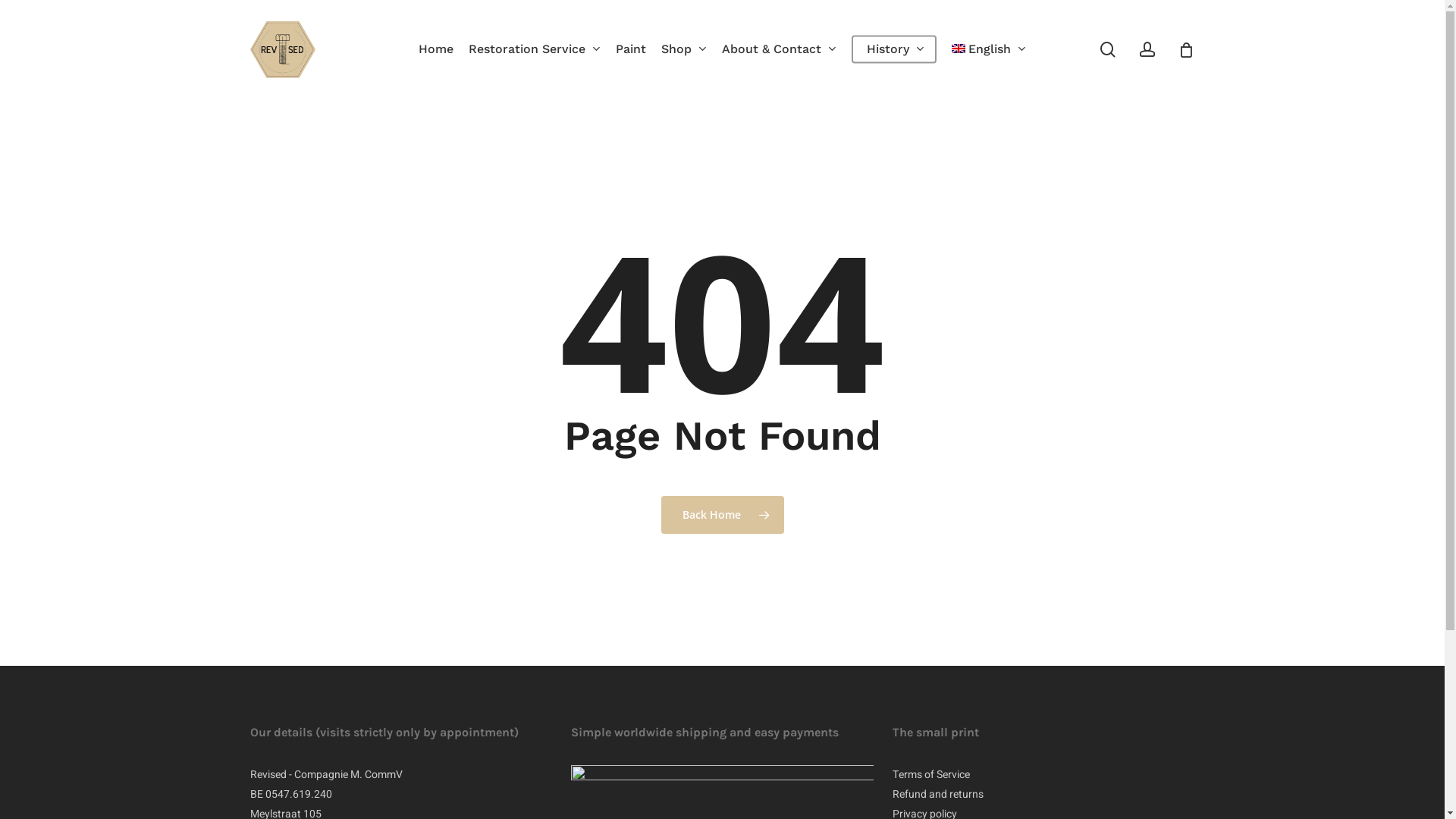 This screenshot has width=1456, height=819. I want to click on 'Restoration Service', so click(535, 49).